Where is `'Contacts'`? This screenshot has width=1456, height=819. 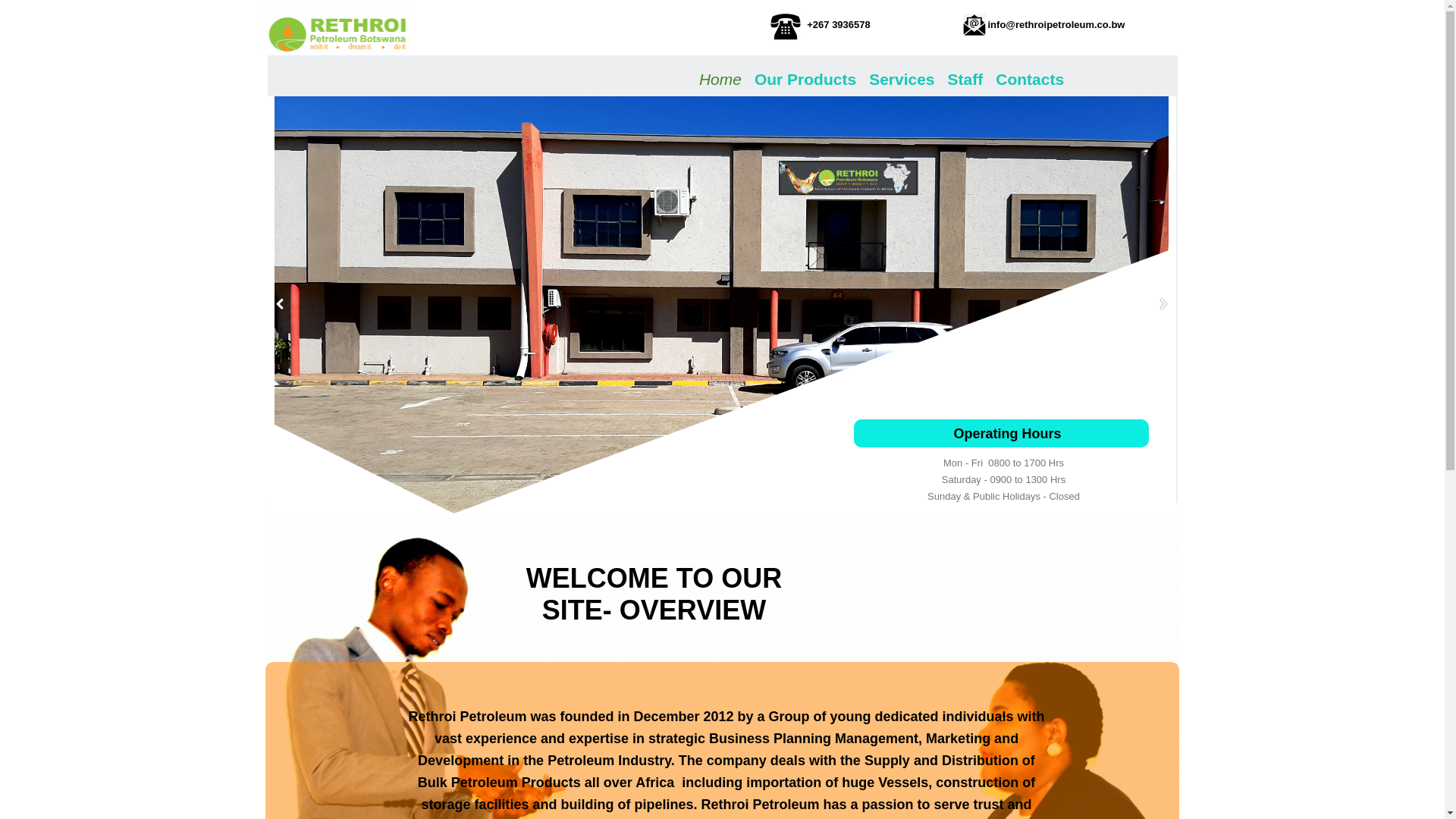
'Contacts' is located at coordinates (1030, 77).